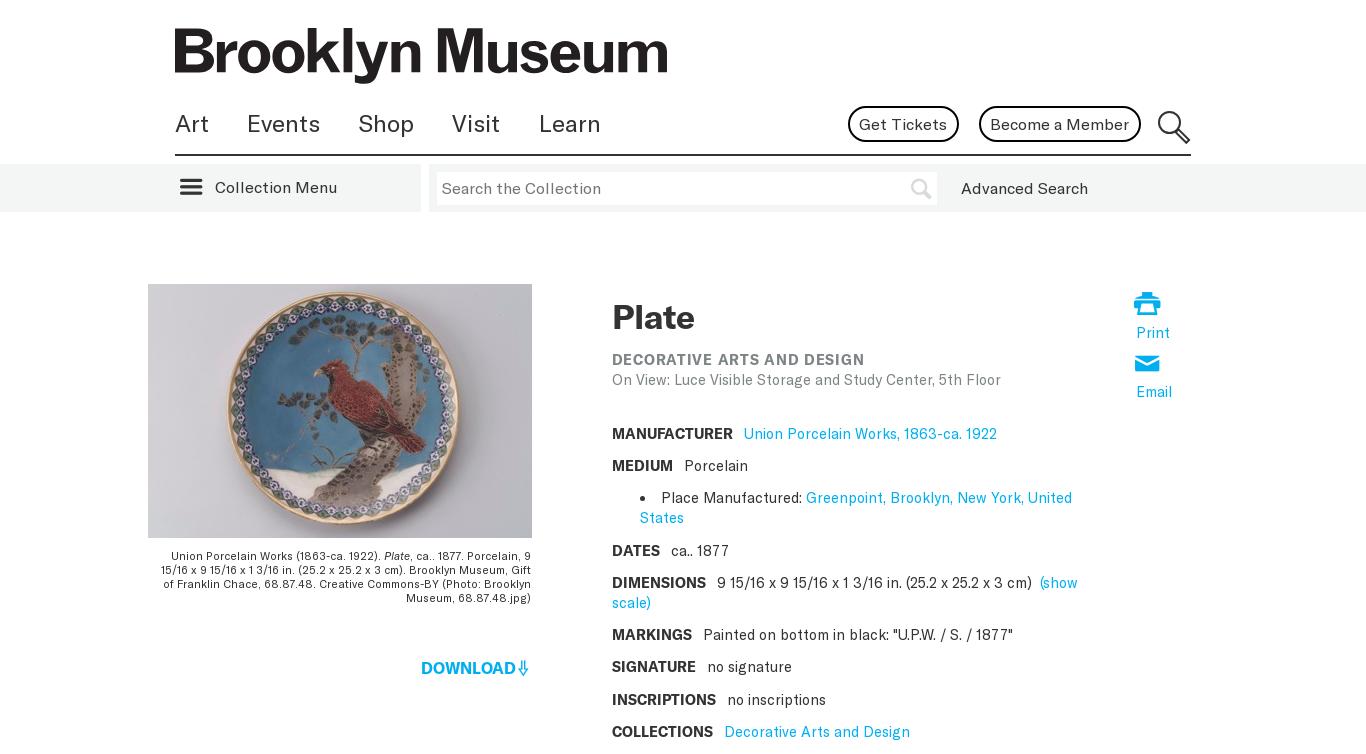 This screenshot has height=754, width=1366. Describe the element at coordinates (1058, 122) in the screenshot. I see `'Become a Member'` at that location.